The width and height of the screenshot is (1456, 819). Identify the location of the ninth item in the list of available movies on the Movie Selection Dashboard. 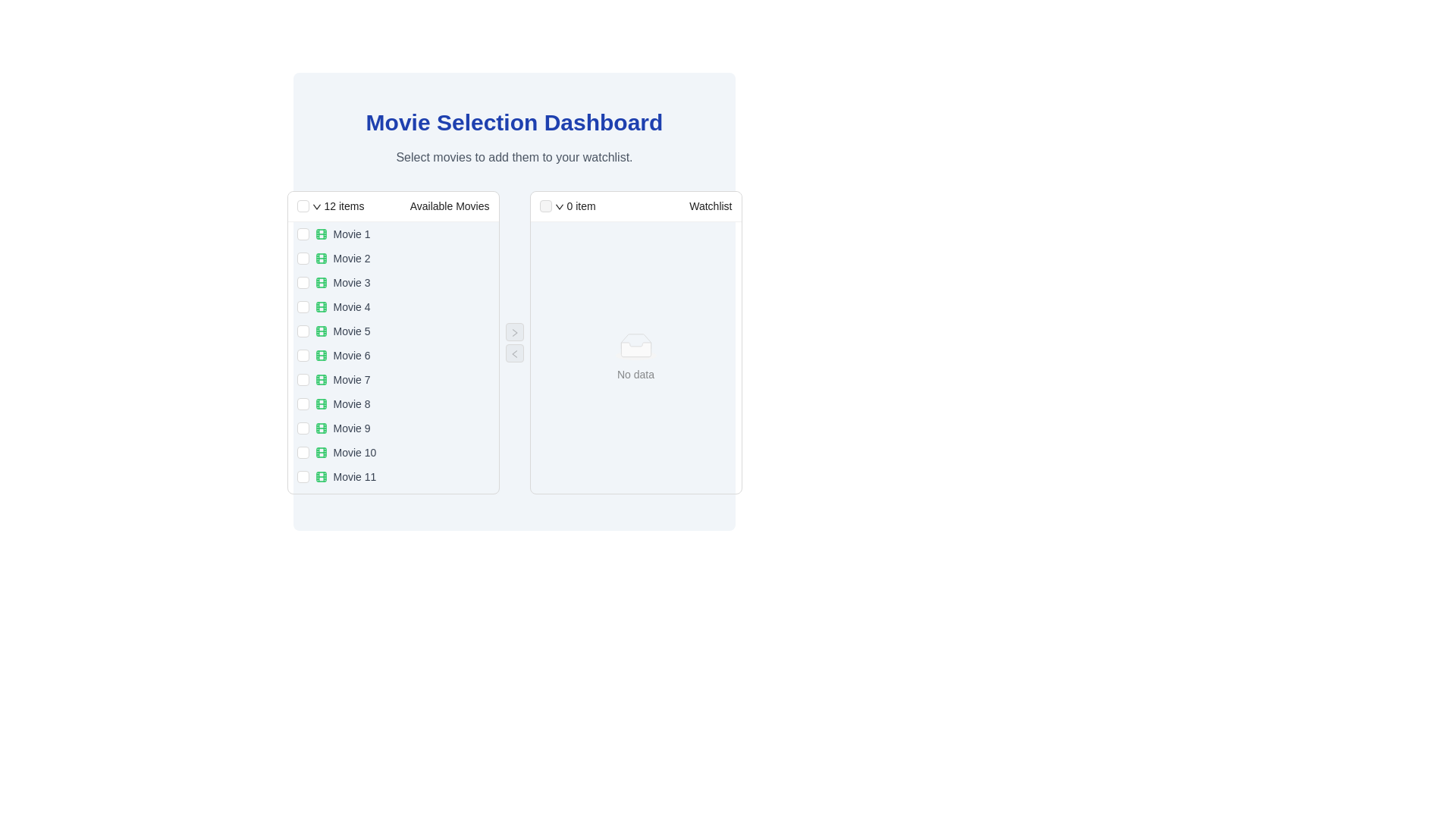
(402, 428).